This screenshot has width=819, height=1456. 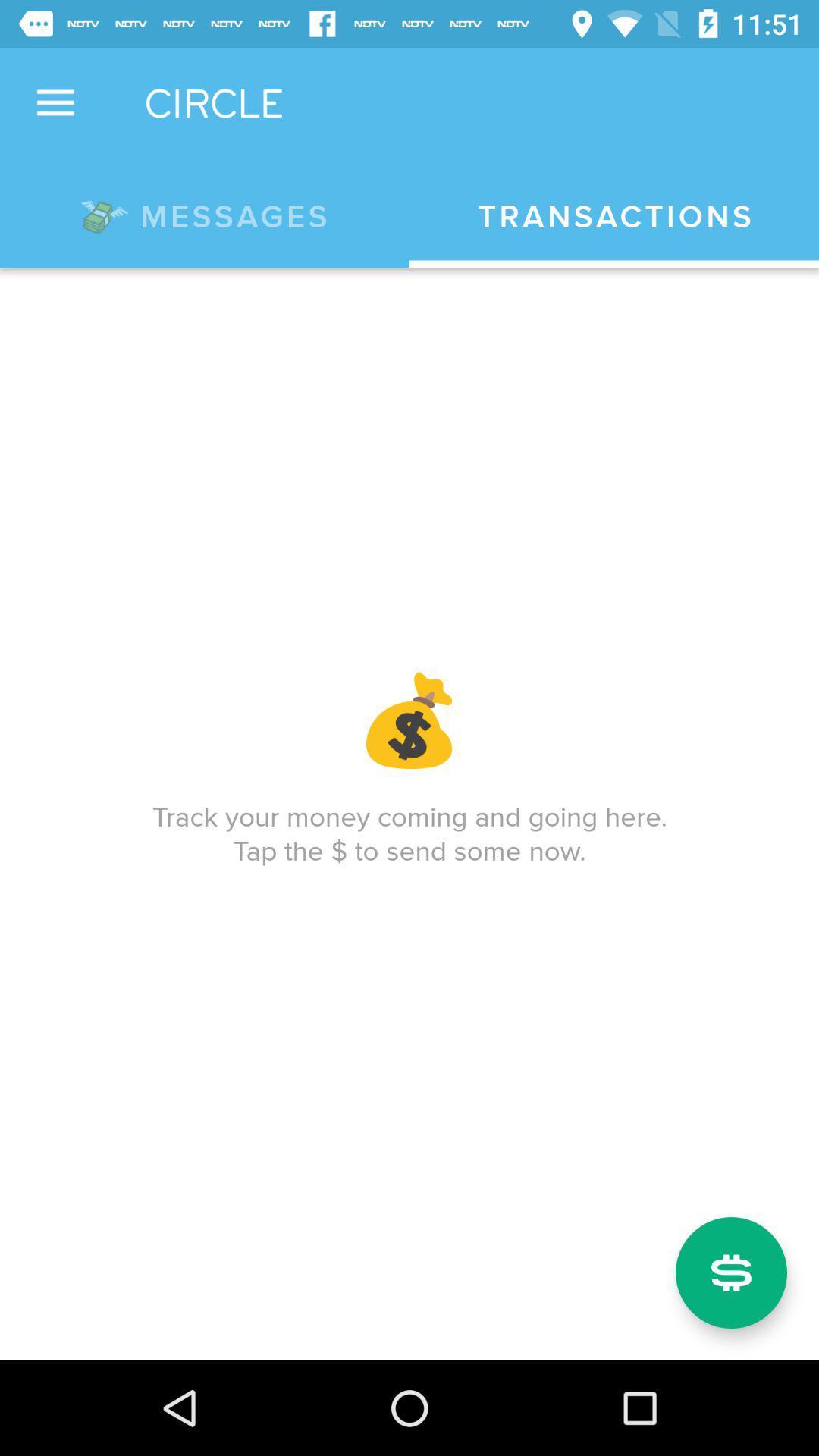 What do you see at coordinates (205, 213) in the screenshot?
I see `the *messages icon` at bounding box center [205, 213].